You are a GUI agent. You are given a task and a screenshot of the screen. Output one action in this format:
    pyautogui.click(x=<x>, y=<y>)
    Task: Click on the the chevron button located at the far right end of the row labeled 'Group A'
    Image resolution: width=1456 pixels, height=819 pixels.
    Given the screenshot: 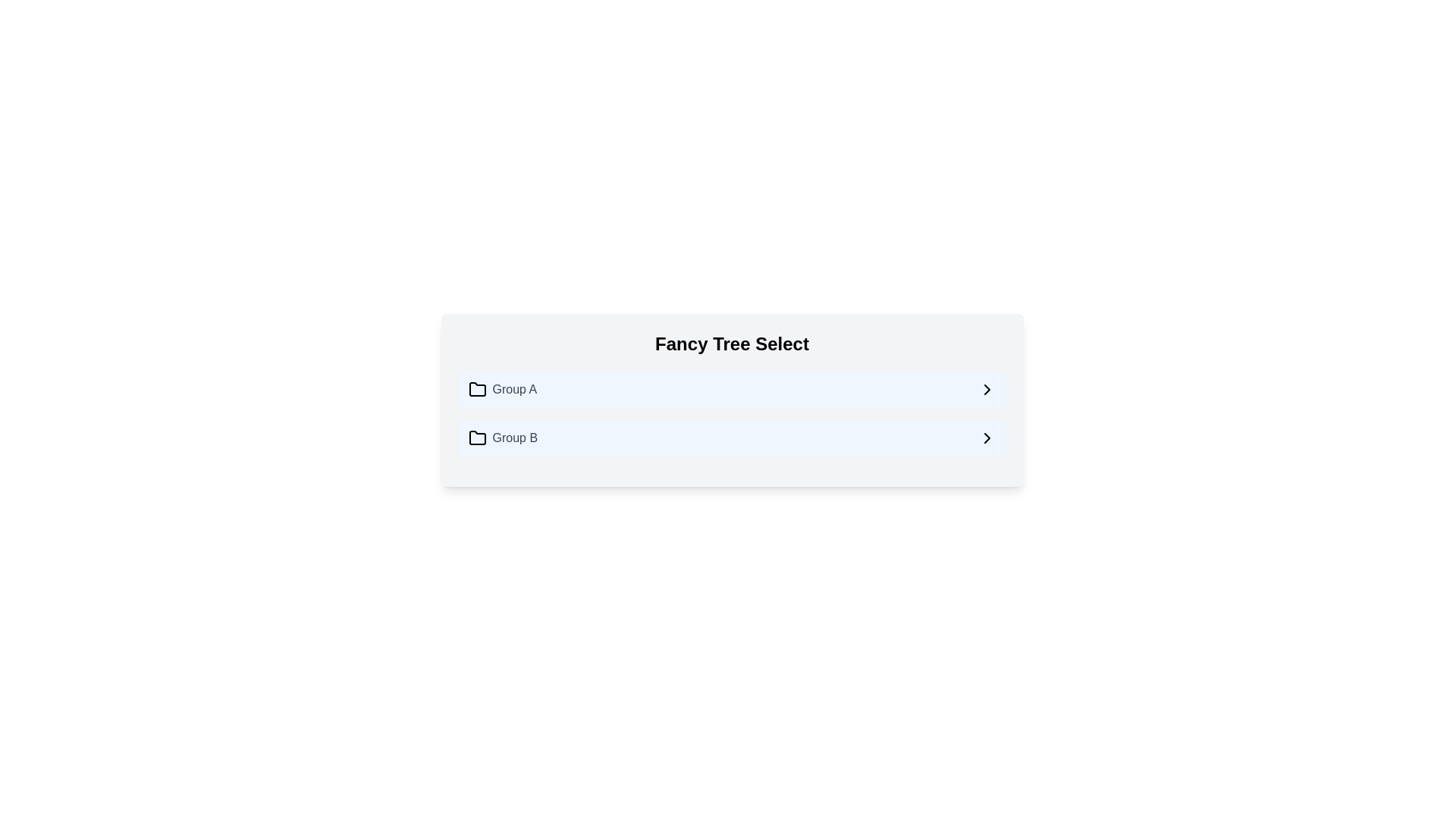 What is the action you would take?
    pyautogui.click(x=987, y=388)
    